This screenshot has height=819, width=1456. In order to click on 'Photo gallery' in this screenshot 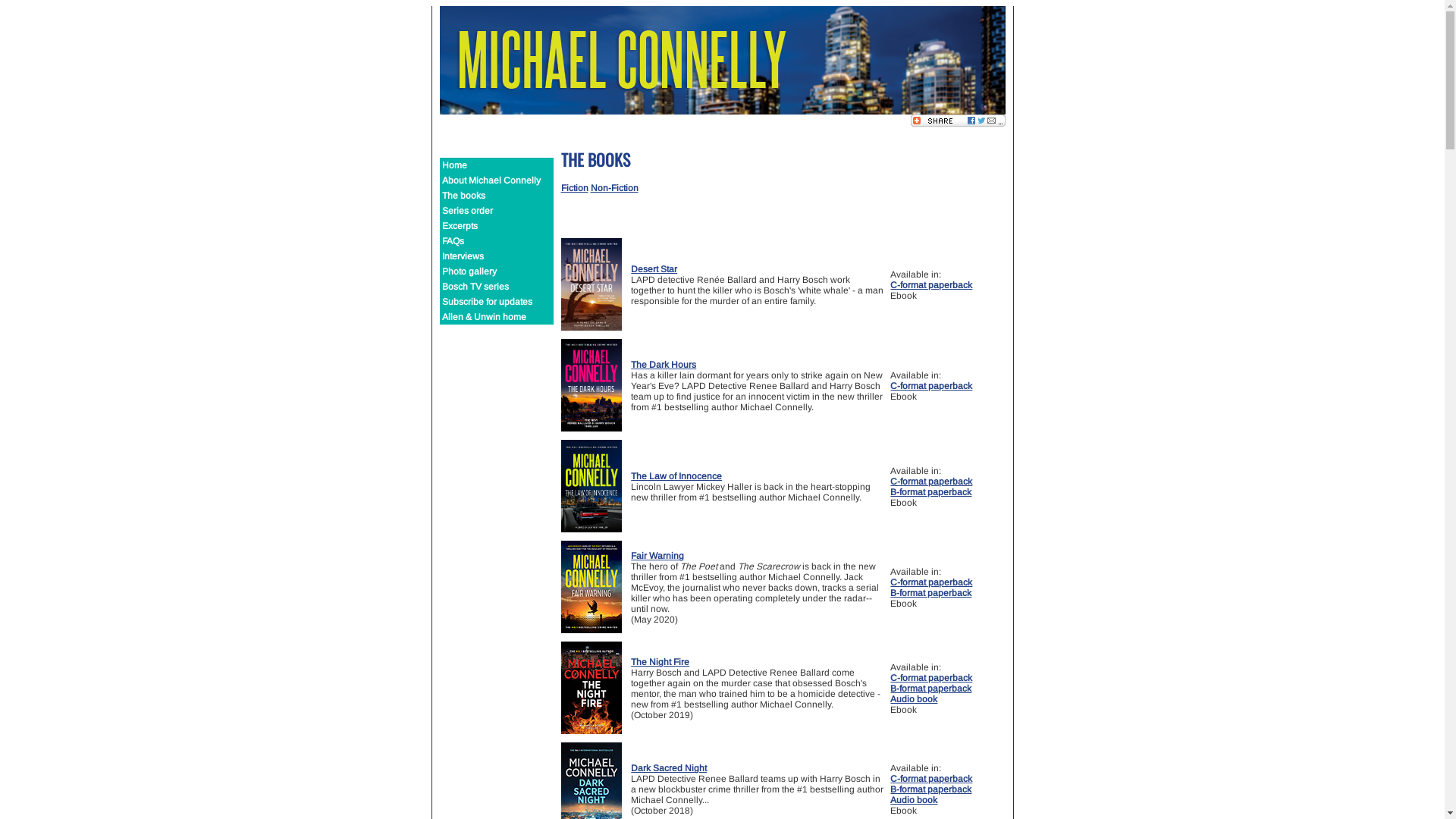, I will do `click(496, 271)`.